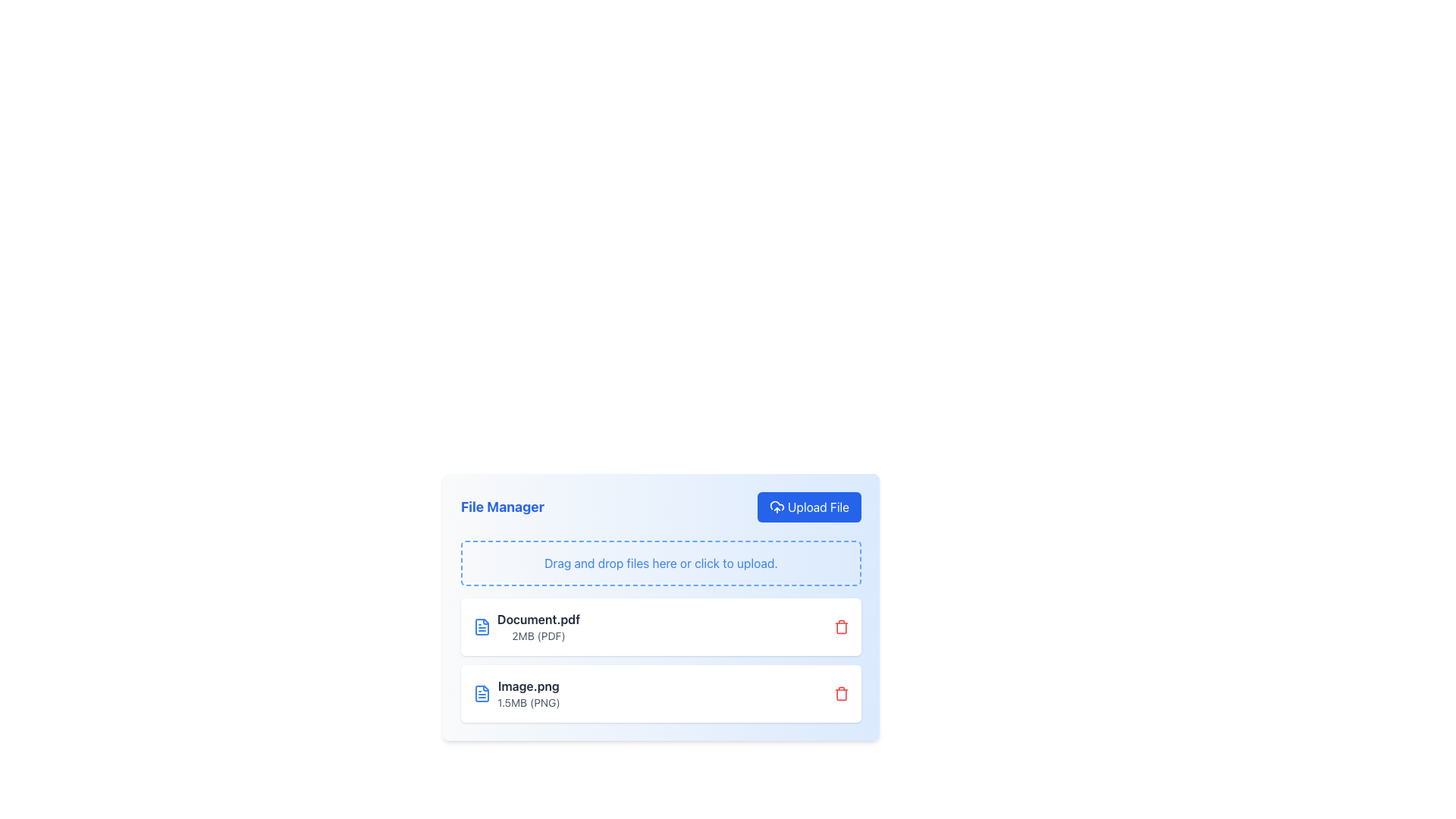 Image resolution: width=1456 pixels, height=819 pixels. I want to click on the descriptive label for the file located in the 'File Manager' section, which displays the file name, size, and type, positioned centrally below the 'Document.pdf' label, so click(516, 693).